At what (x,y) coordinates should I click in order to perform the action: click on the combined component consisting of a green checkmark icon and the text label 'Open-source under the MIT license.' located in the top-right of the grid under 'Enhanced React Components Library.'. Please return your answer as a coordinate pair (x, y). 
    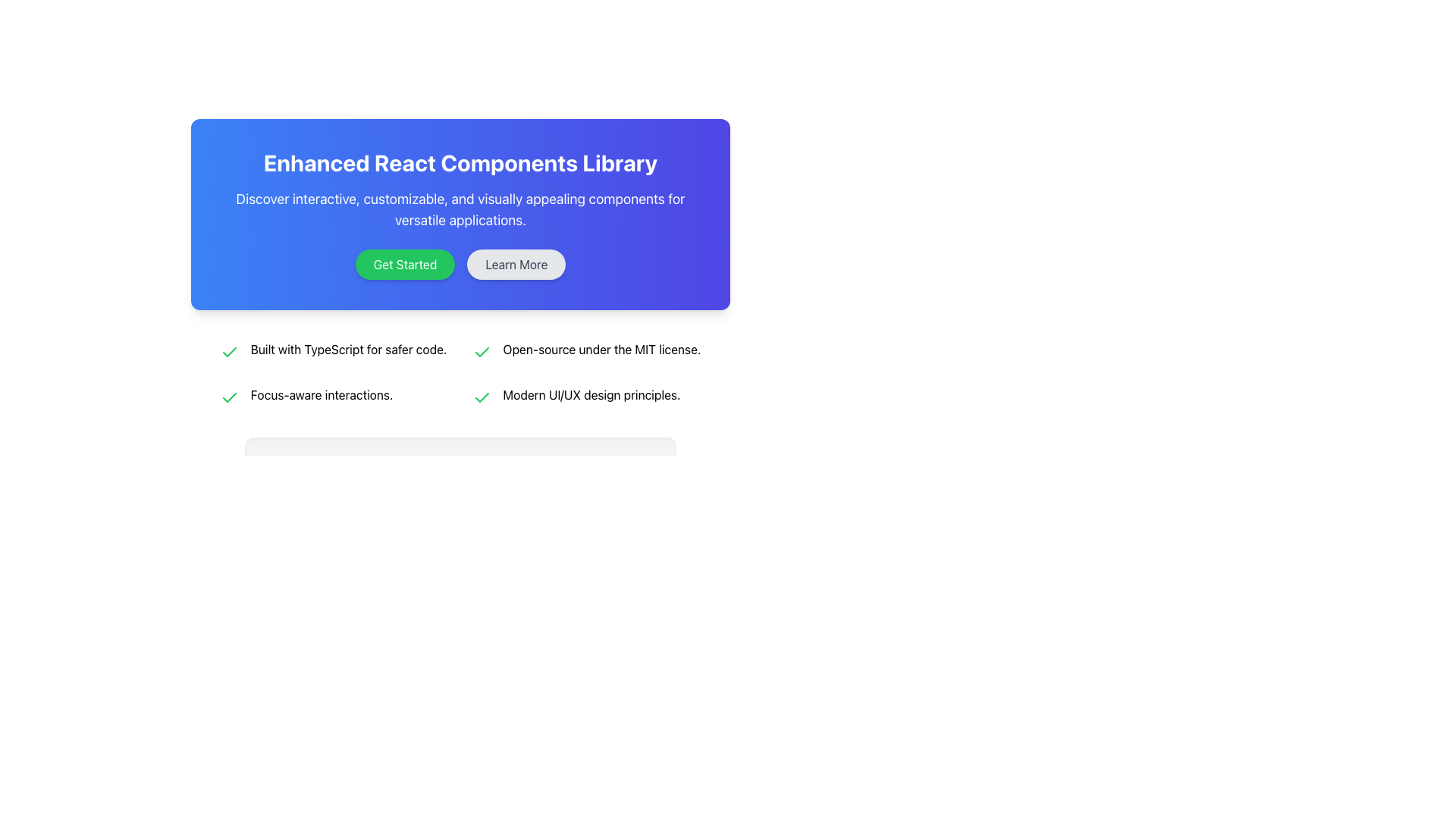
    Looking at the image, I should click on (585, 350).